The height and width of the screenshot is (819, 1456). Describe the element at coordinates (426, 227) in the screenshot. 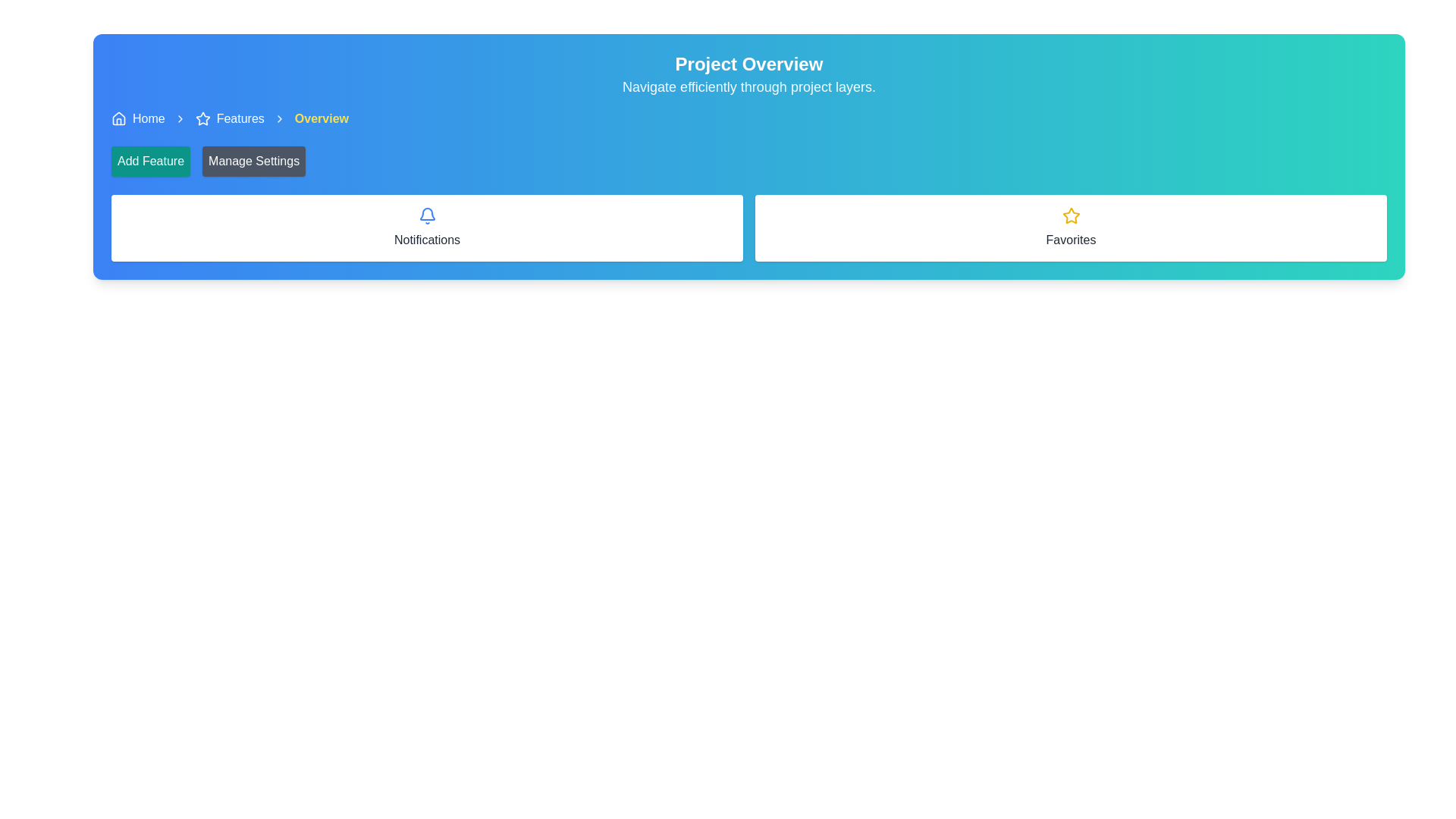

I see `the notification Button or Card located in the first column of the two-column grid layout, adjacent to the 'Favorites' tile` at that location.